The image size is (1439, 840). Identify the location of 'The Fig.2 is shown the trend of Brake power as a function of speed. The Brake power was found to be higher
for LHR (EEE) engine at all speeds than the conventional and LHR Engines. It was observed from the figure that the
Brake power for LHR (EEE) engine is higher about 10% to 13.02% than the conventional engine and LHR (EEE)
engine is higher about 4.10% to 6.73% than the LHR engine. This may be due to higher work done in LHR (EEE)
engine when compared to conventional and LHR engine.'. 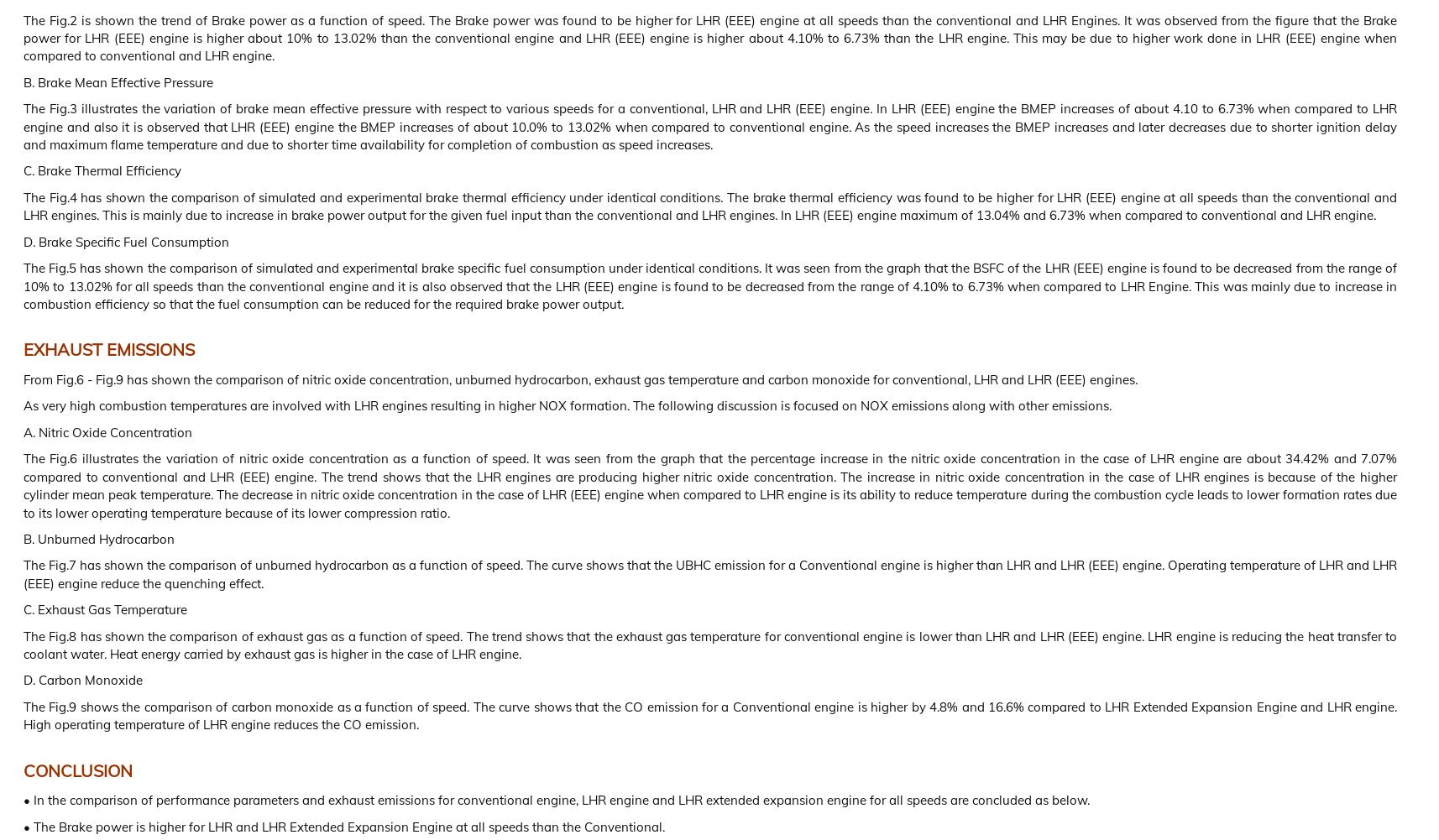
(22, 38).